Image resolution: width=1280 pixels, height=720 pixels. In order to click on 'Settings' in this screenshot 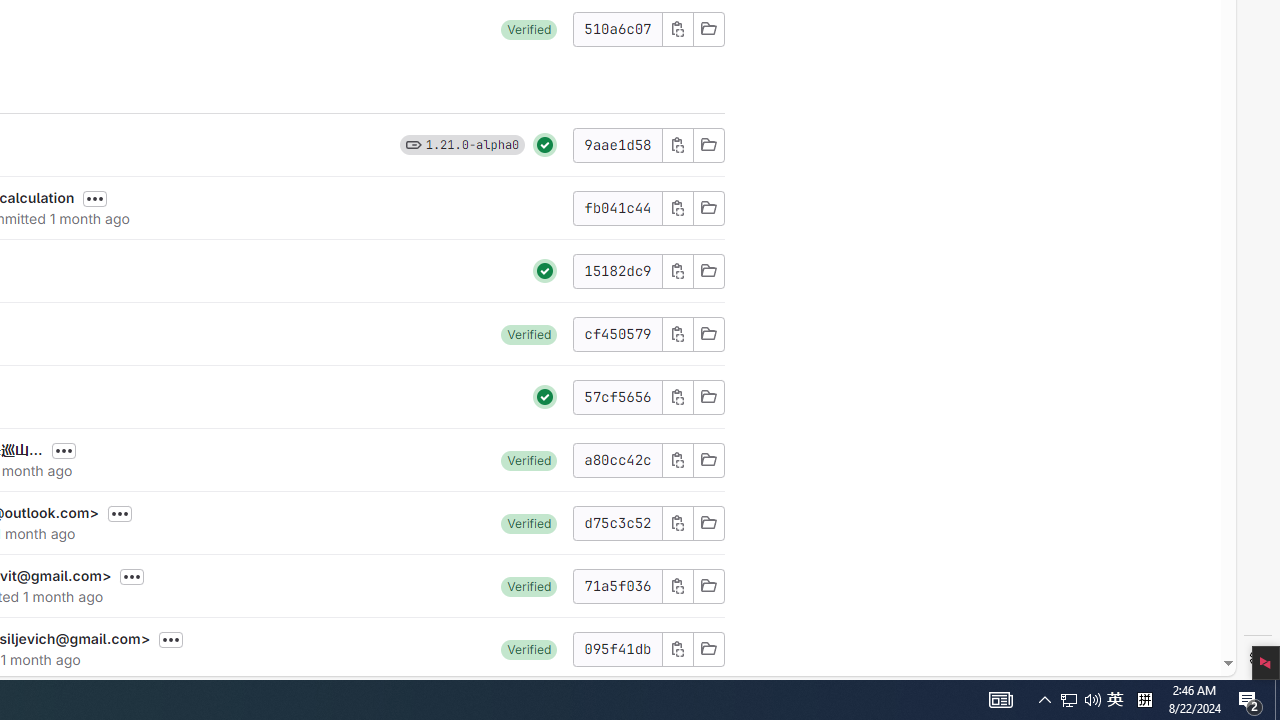, I will do `click(1257, 658)`.